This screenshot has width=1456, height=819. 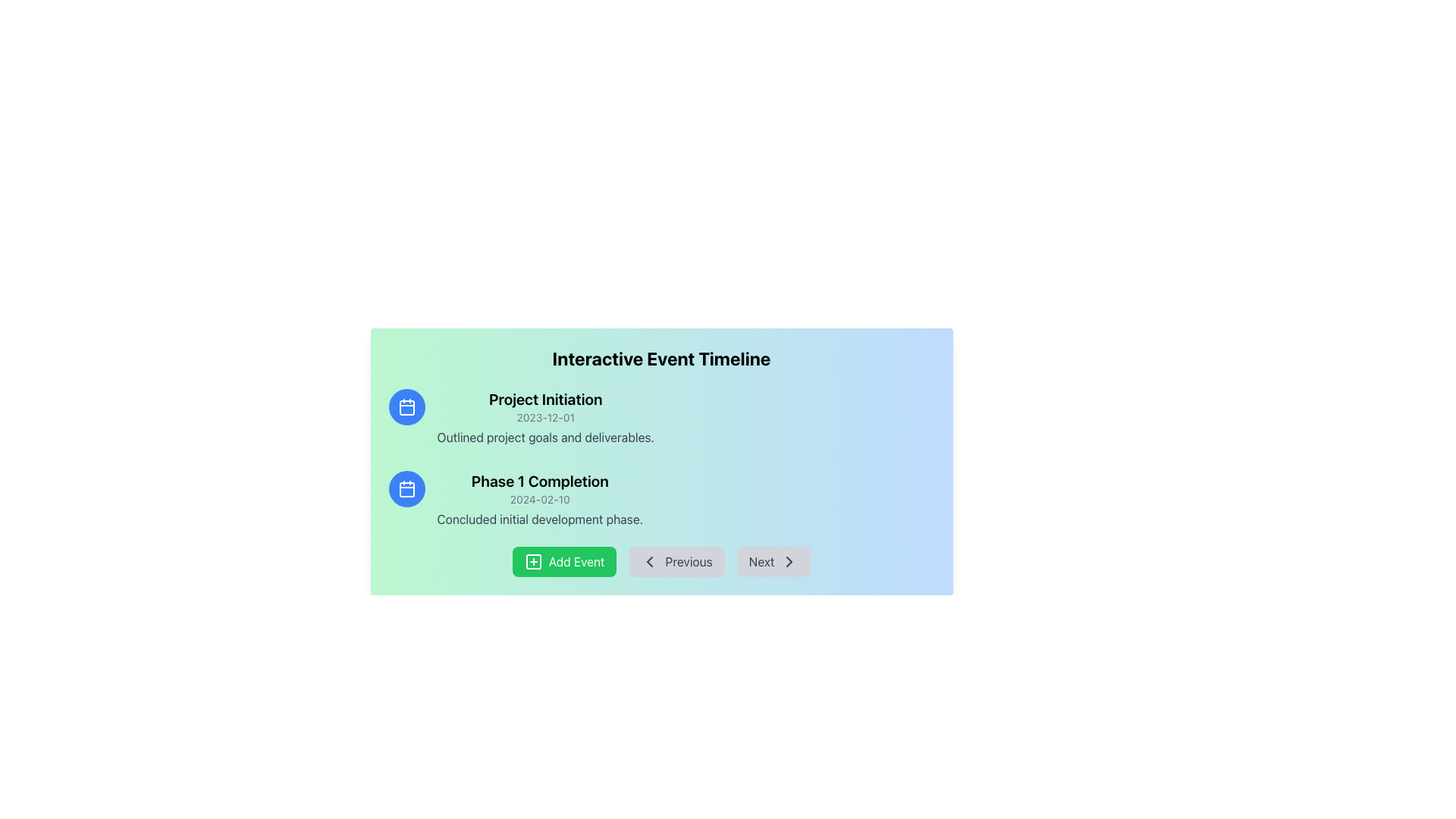 I want to click on the green square button with a white plus symbol that is part of the 'Add Event' button located at the bottom left of the main content area, so click(x=533, y=561).